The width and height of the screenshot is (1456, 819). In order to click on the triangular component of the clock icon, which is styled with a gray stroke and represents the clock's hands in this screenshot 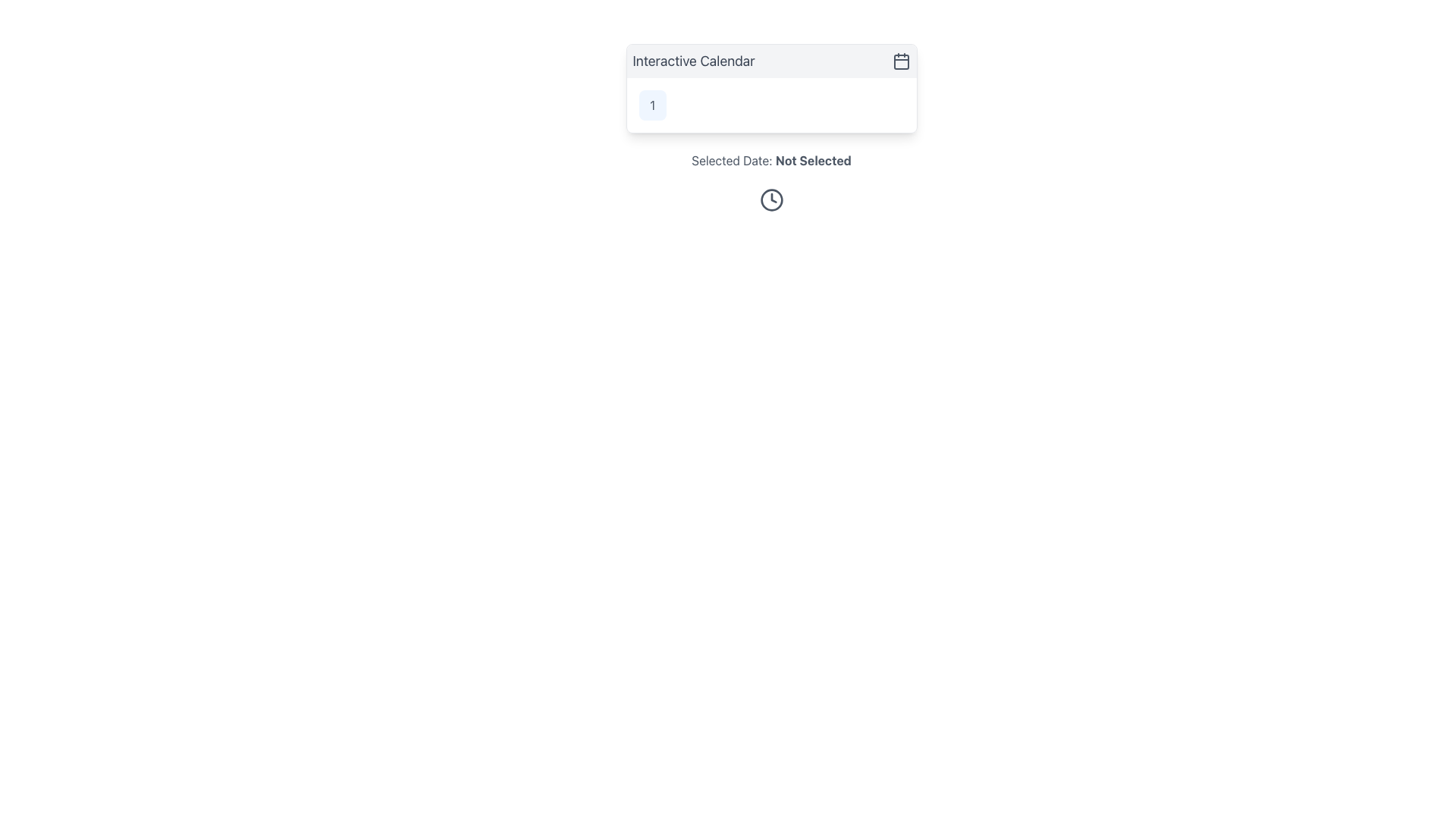, I will do `click(773, 197)`.